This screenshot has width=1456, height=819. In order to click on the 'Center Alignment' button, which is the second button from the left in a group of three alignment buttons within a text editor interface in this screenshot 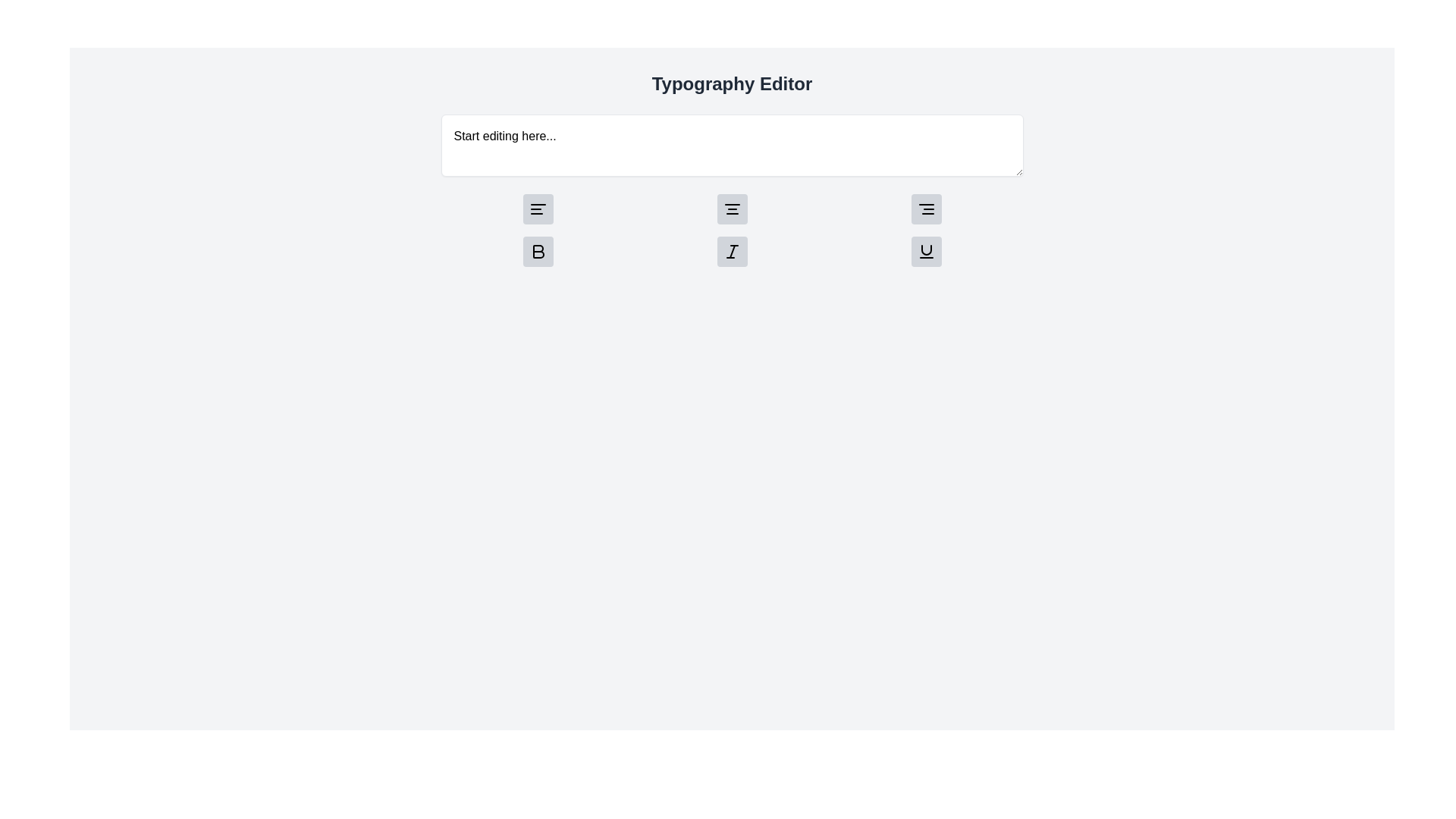, I will do `click(732, 209)`.